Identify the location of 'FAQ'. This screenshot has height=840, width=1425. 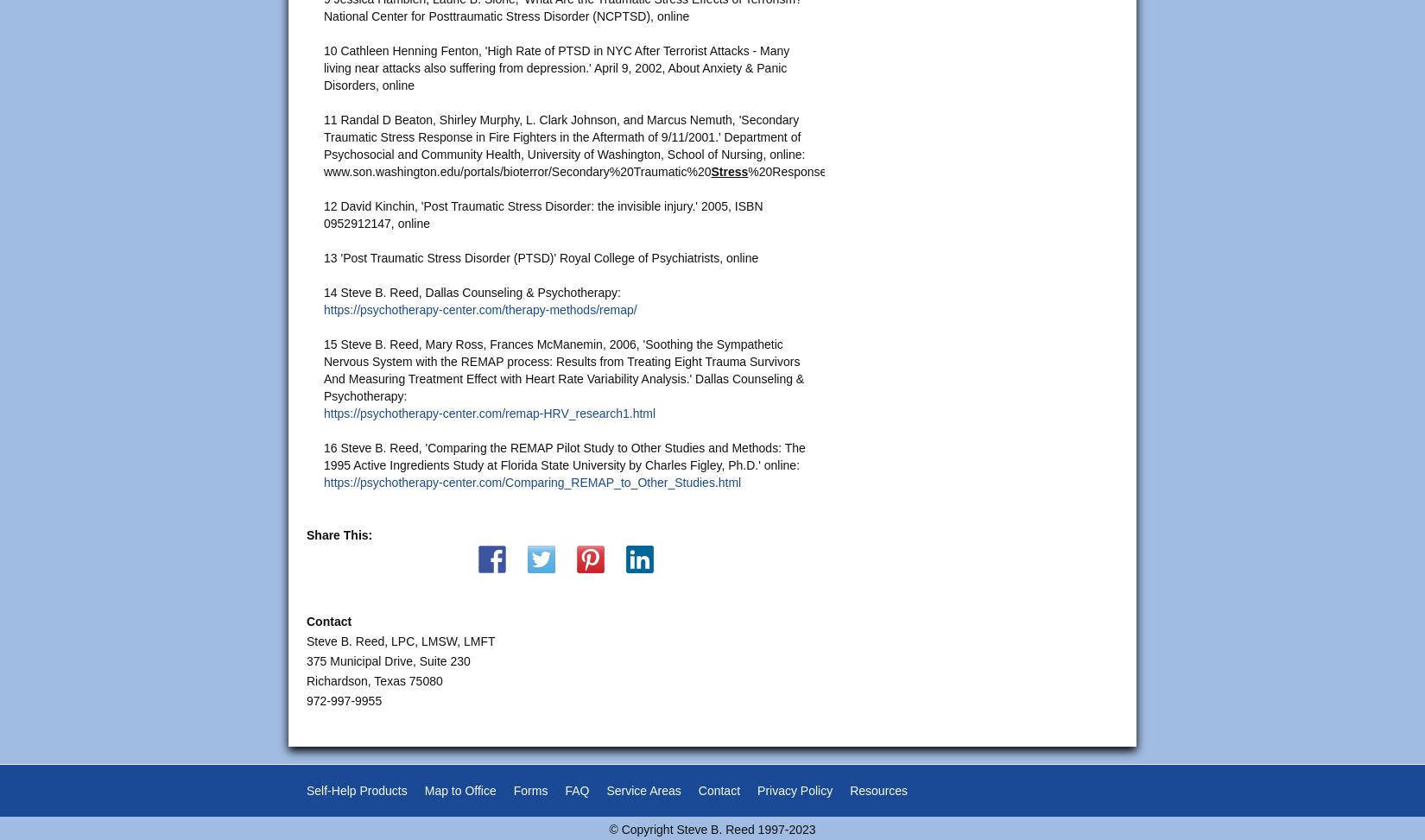
(575, 789).